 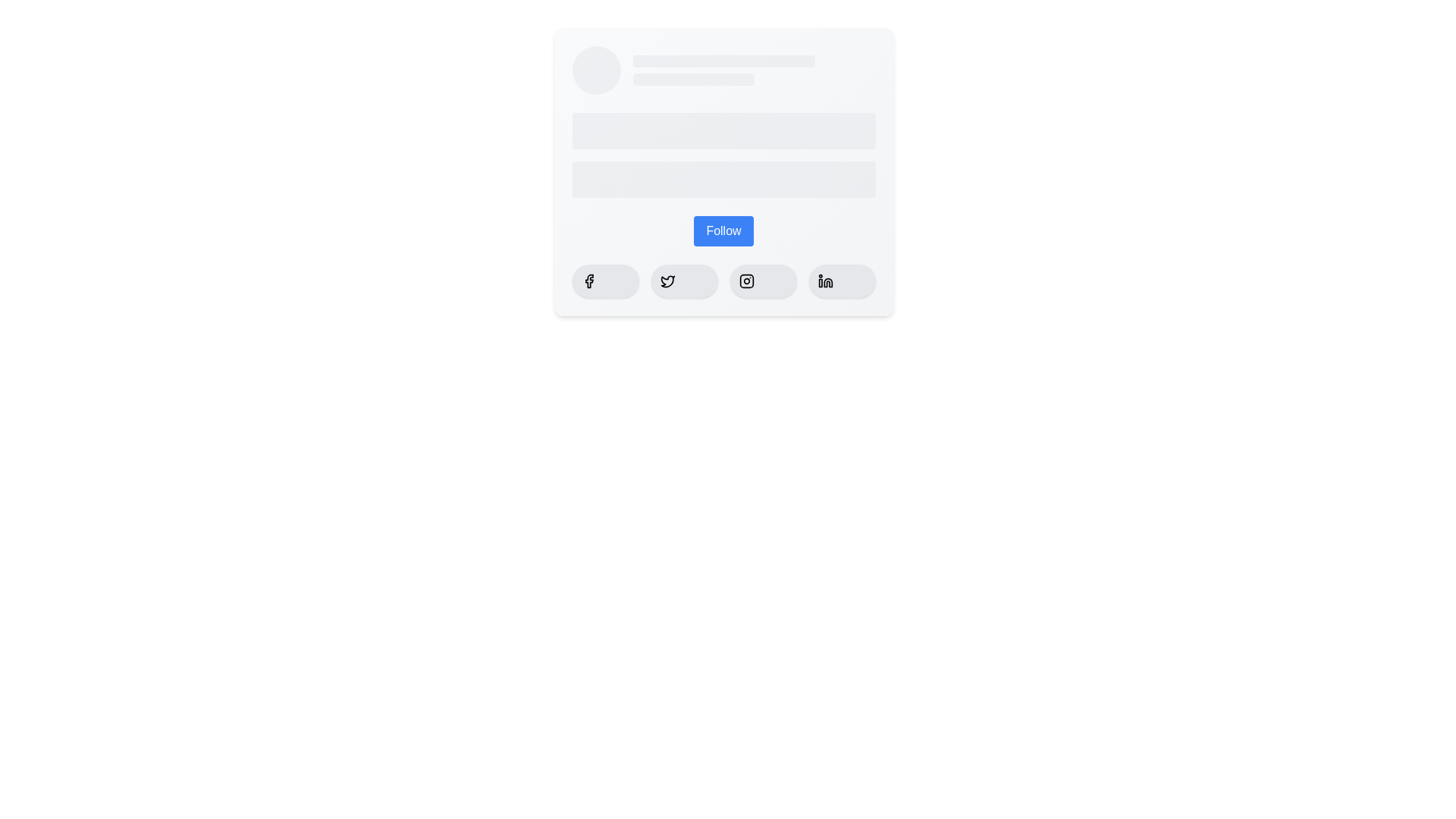 I want to click on the 'Follow' button located above the row of circular social media icons, so click(x=723, y=231).